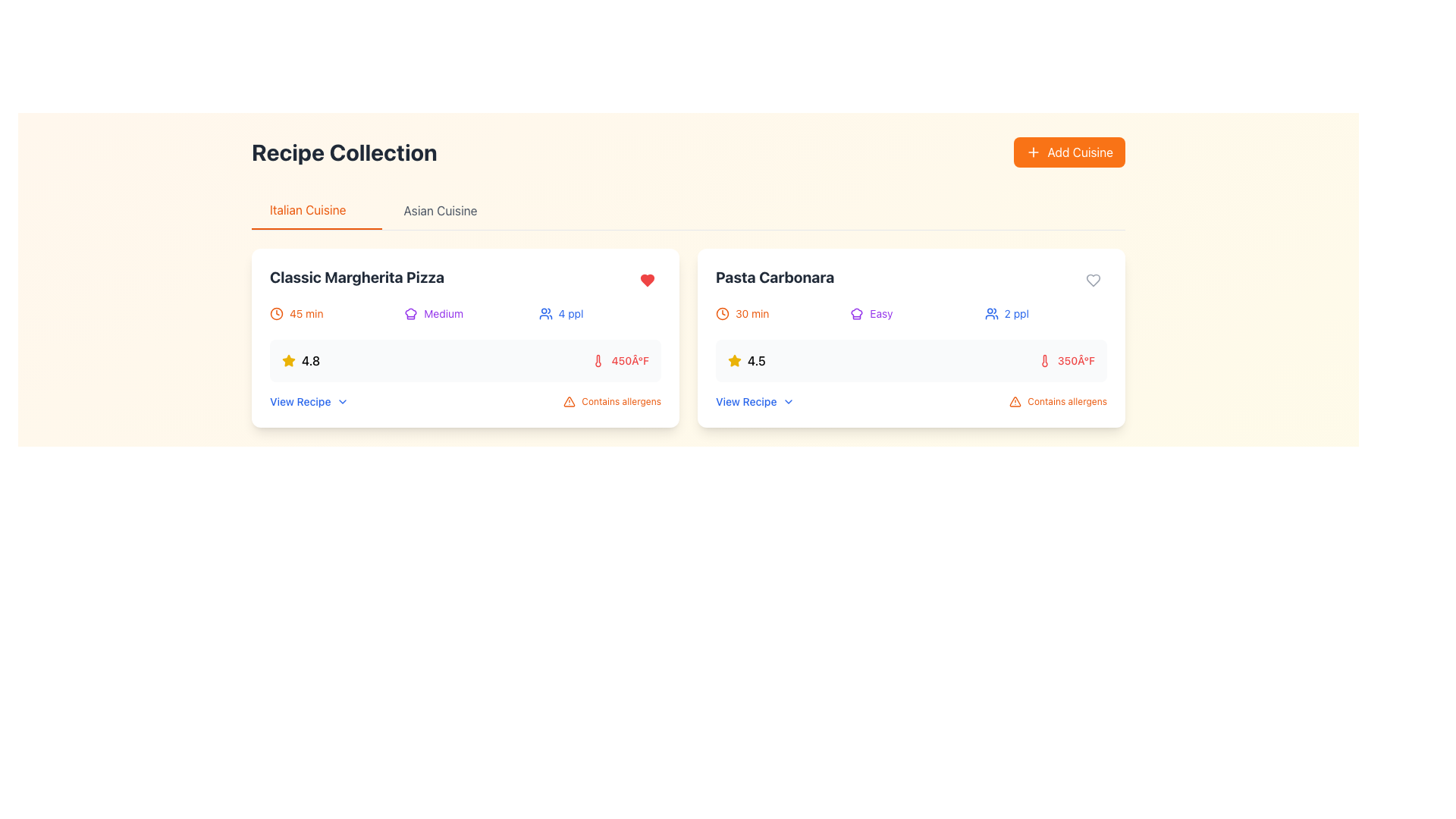 This screenshot has height=819, width=1456. I want to click on the text component displaying the title 'Recipe Collection' in bold, located on the upper-left side of the view, so click(344, 152).